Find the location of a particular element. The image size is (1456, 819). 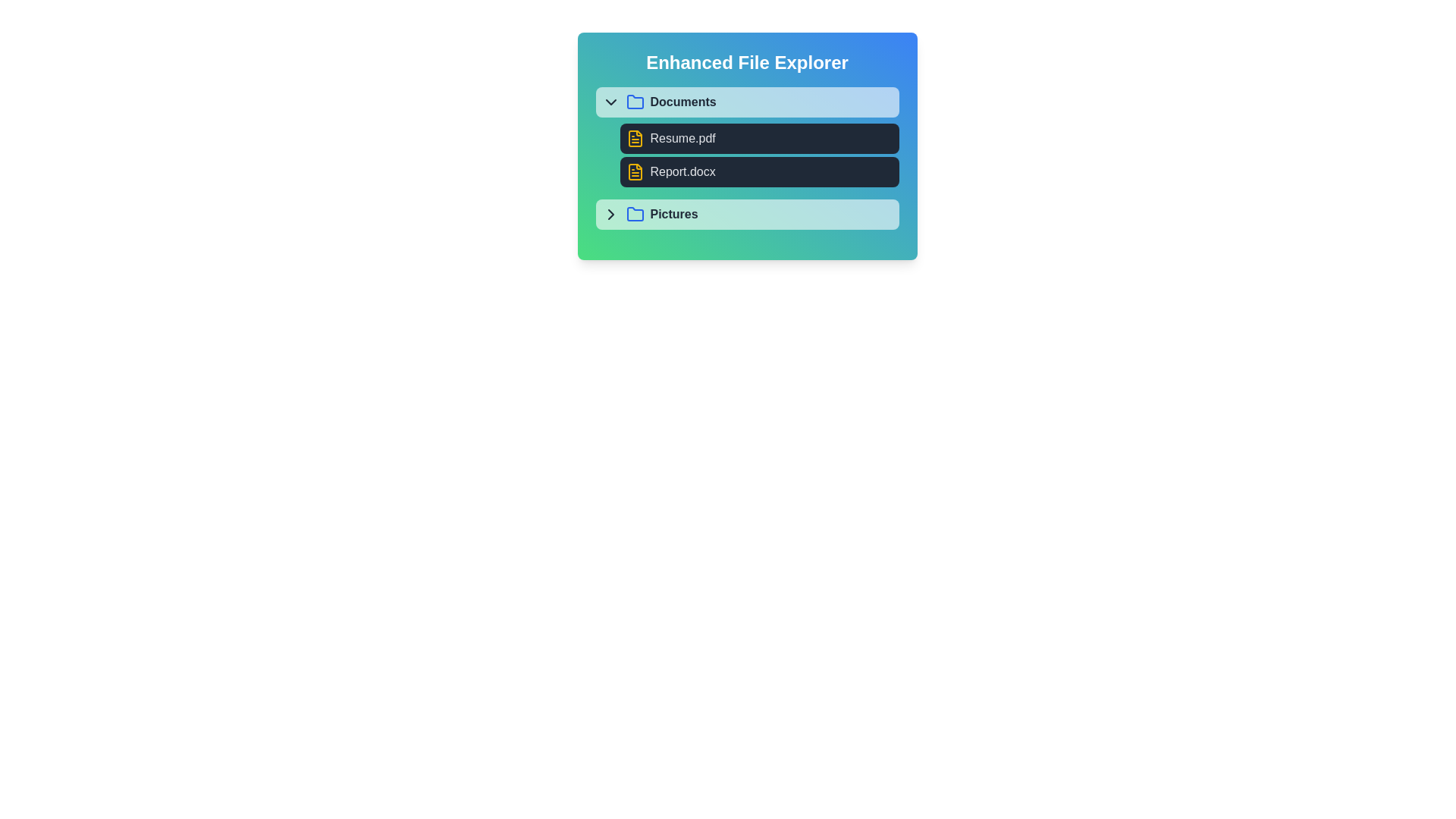

the file Report.docx to open it is located at coordinates (759, 171).